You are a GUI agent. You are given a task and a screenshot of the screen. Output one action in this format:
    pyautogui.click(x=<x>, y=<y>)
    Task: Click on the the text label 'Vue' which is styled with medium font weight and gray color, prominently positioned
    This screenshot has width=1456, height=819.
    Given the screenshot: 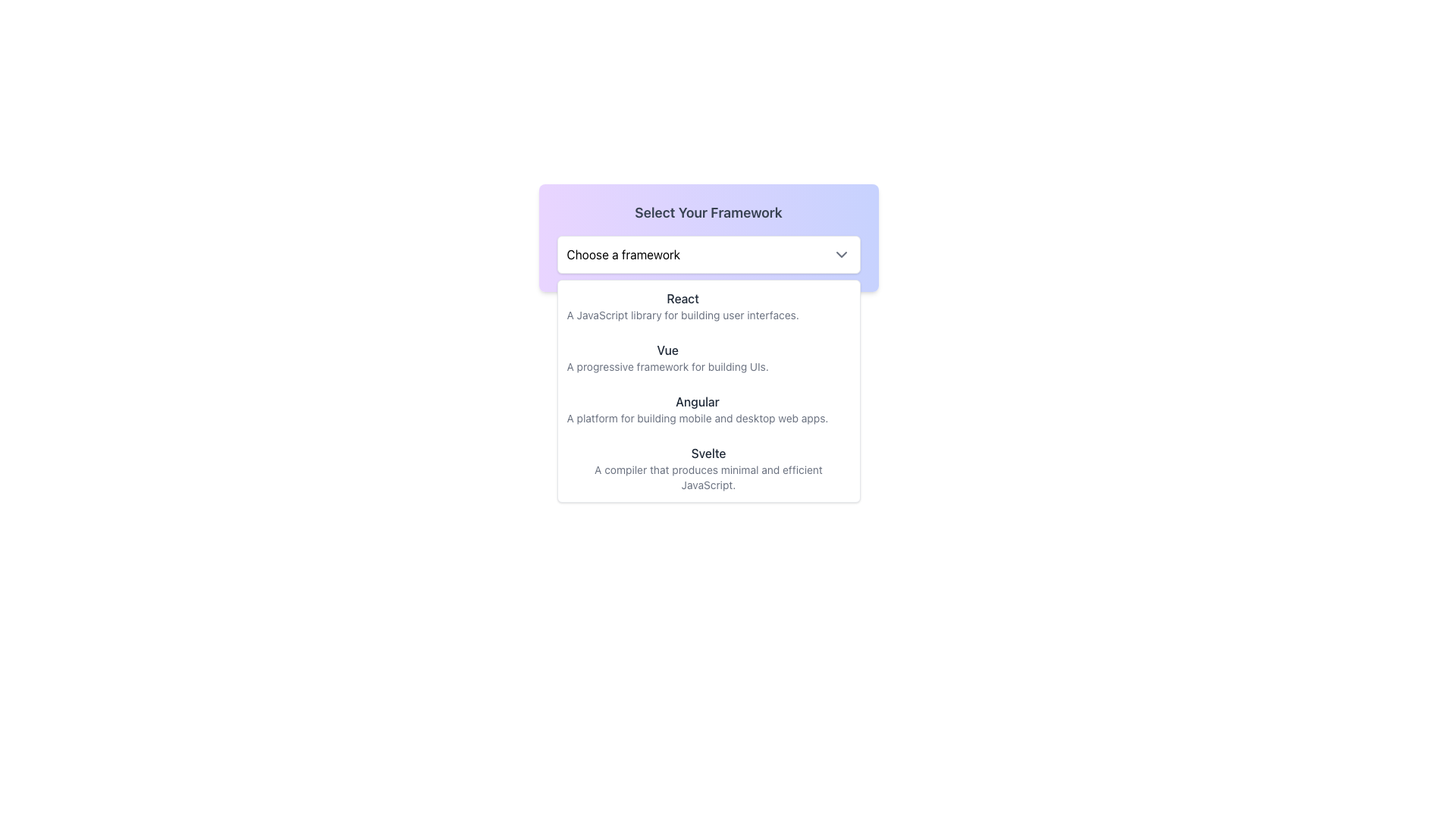 What is the action you would take?
    pyautogui.click(x=667, y=350)
    